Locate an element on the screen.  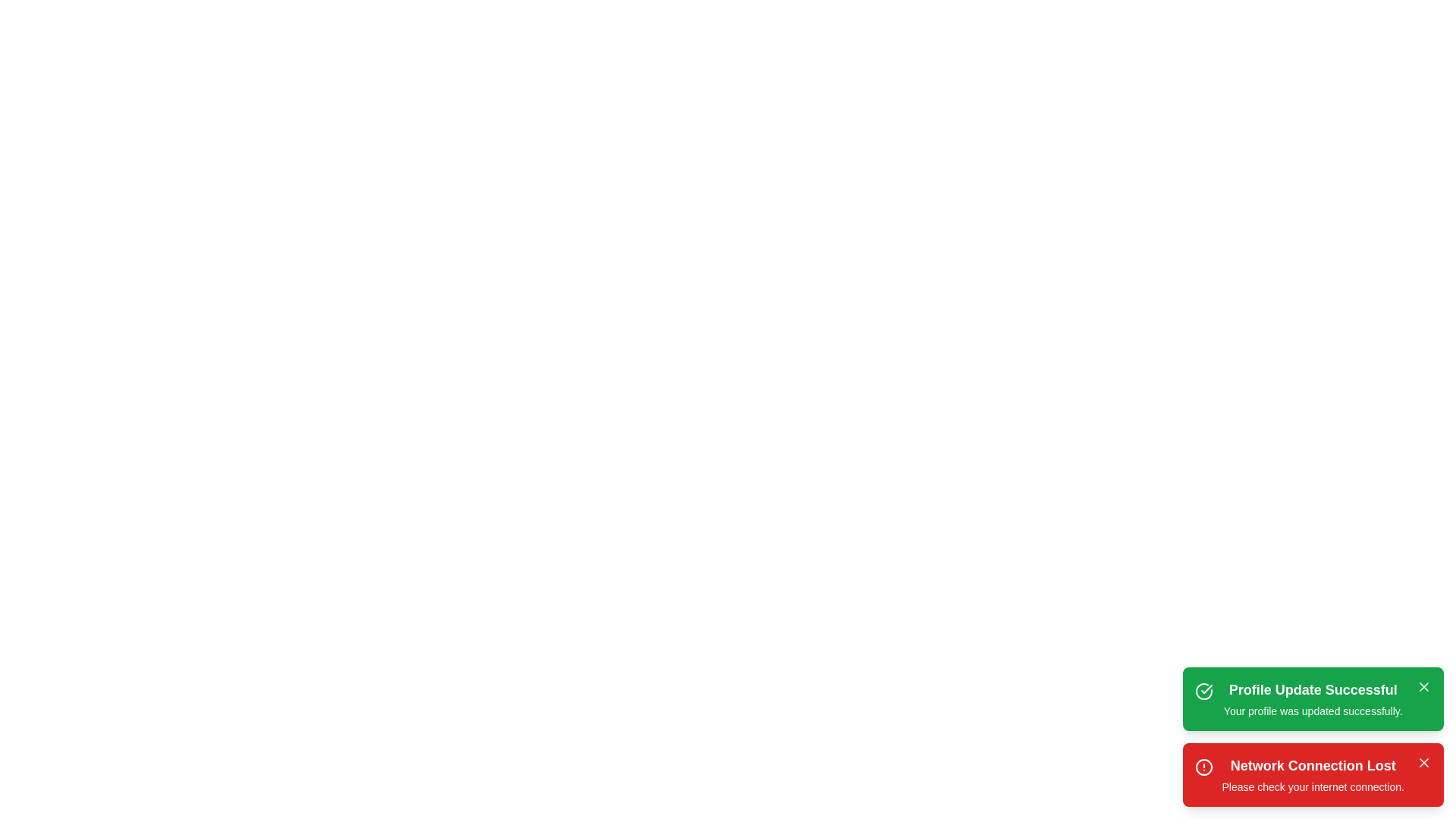
the notification with the title Network Connection Lost to observe the interaction effect is located at coordinates (1312, 775).